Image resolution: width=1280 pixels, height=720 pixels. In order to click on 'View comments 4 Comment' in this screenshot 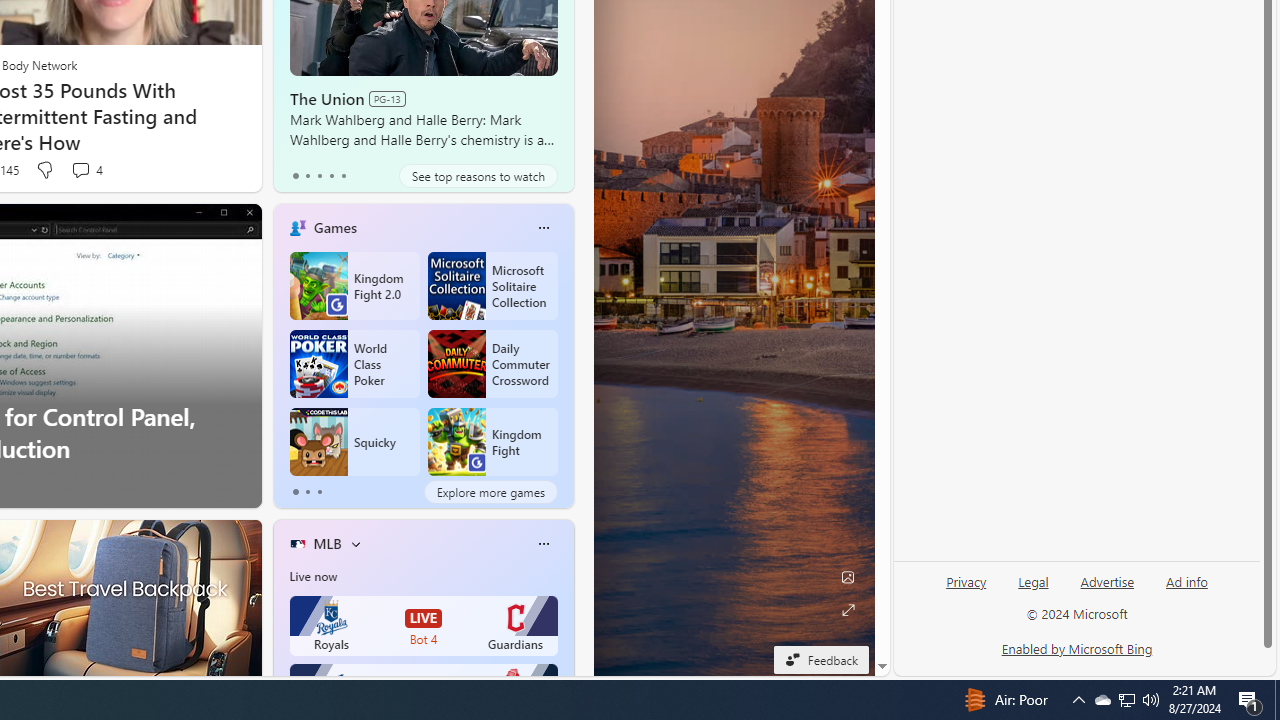, I will do `click(85, 169)`.